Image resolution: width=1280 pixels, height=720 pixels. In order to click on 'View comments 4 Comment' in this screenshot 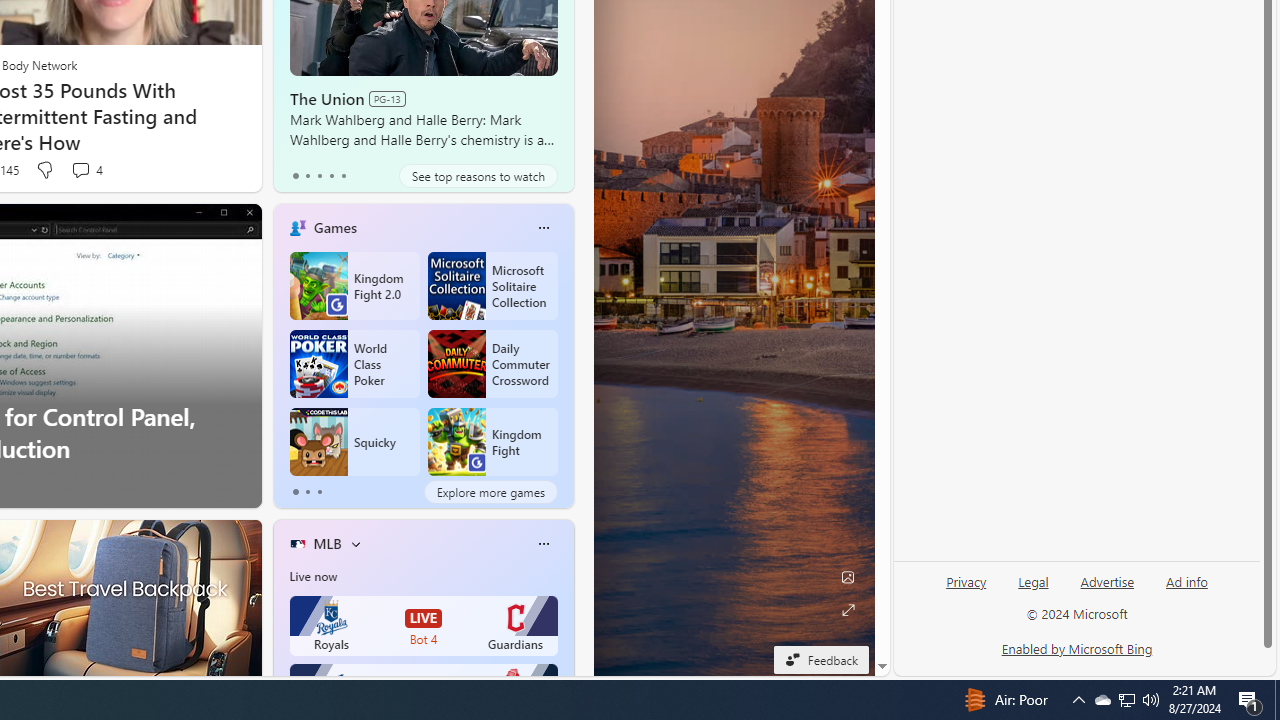, I will do `click(85, 169)`.